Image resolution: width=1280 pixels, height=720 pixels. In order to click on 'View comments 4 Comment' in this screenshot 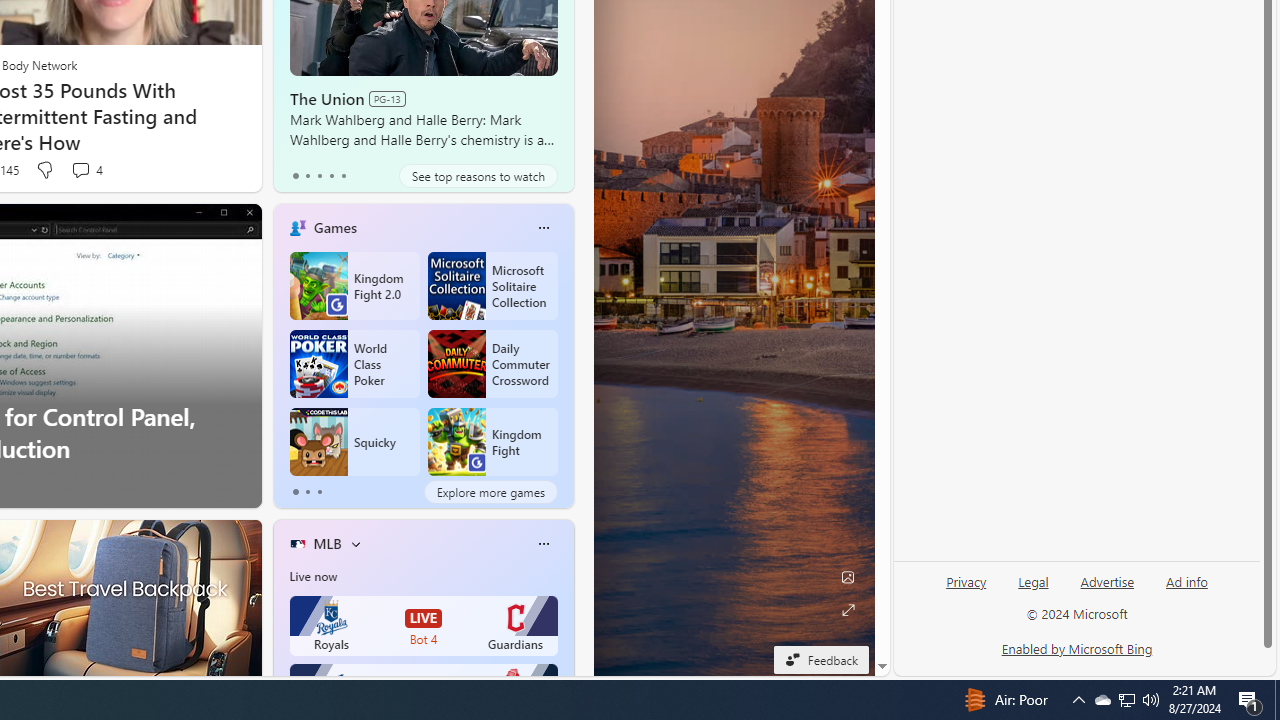, I will do `click(85, 169)`.